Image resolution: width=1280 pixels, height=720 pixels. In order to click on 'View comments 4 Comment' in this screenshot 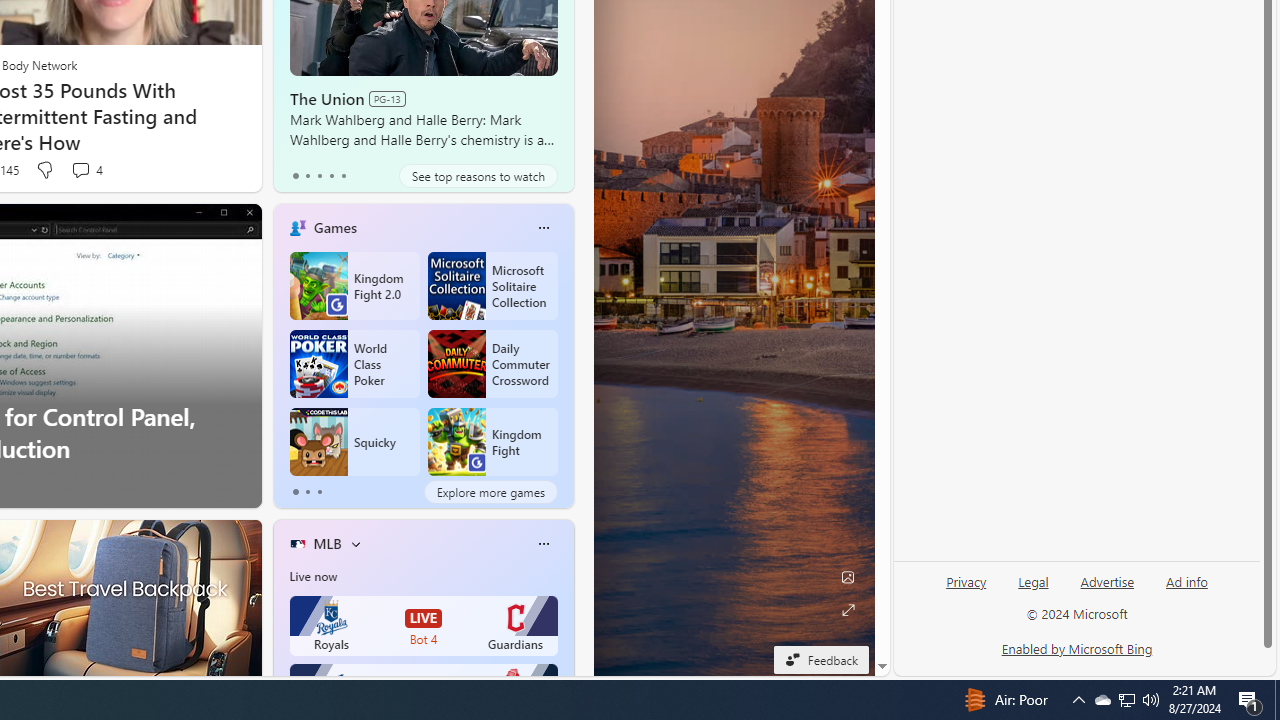, I will do `click(85, 169)`.